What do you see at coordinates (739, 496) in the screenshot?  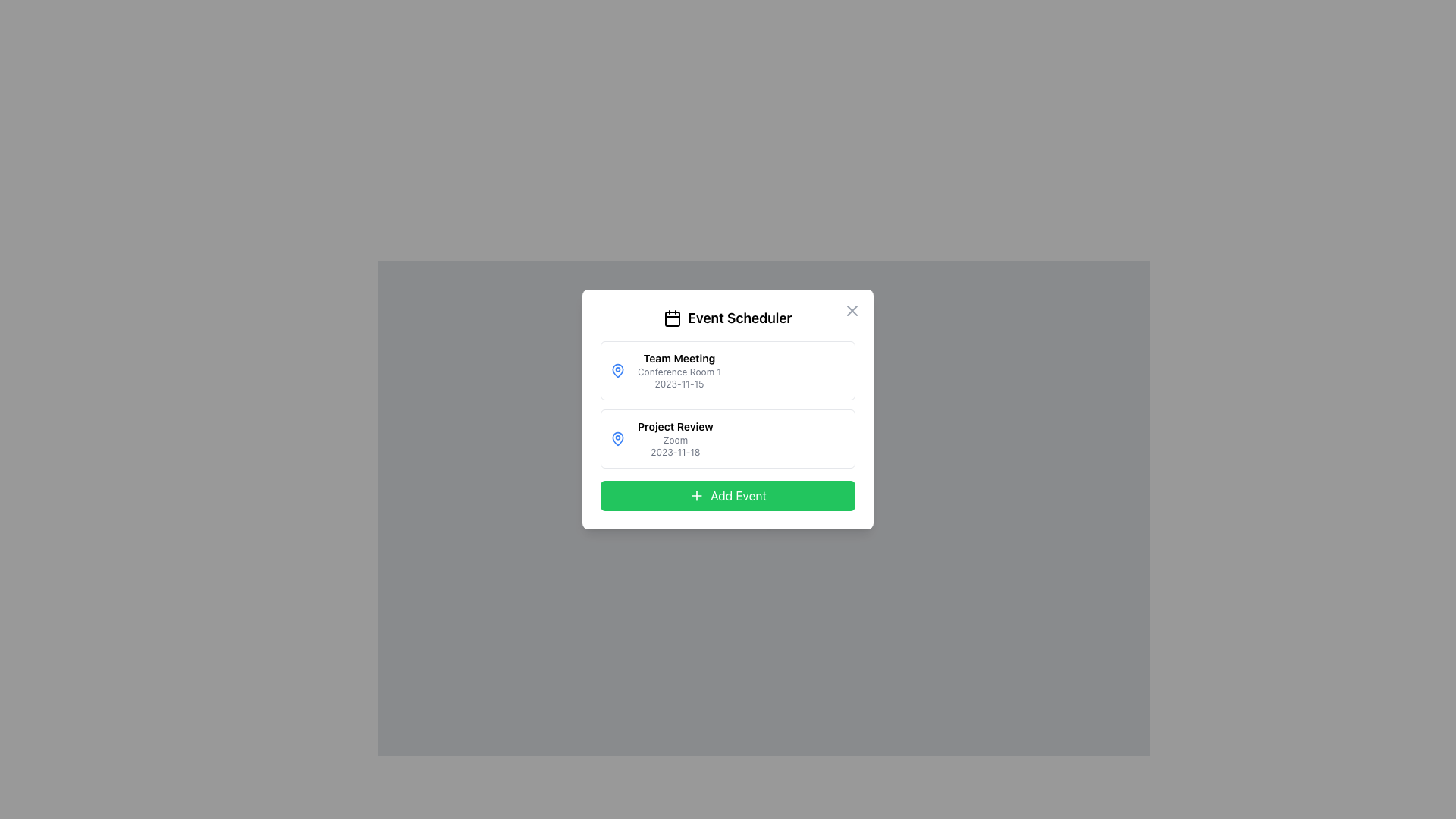 I see `the 'Add Event' button which is styled with white font on a green background and located at the bottom of the modal interface` at bounding box center [739, 496].